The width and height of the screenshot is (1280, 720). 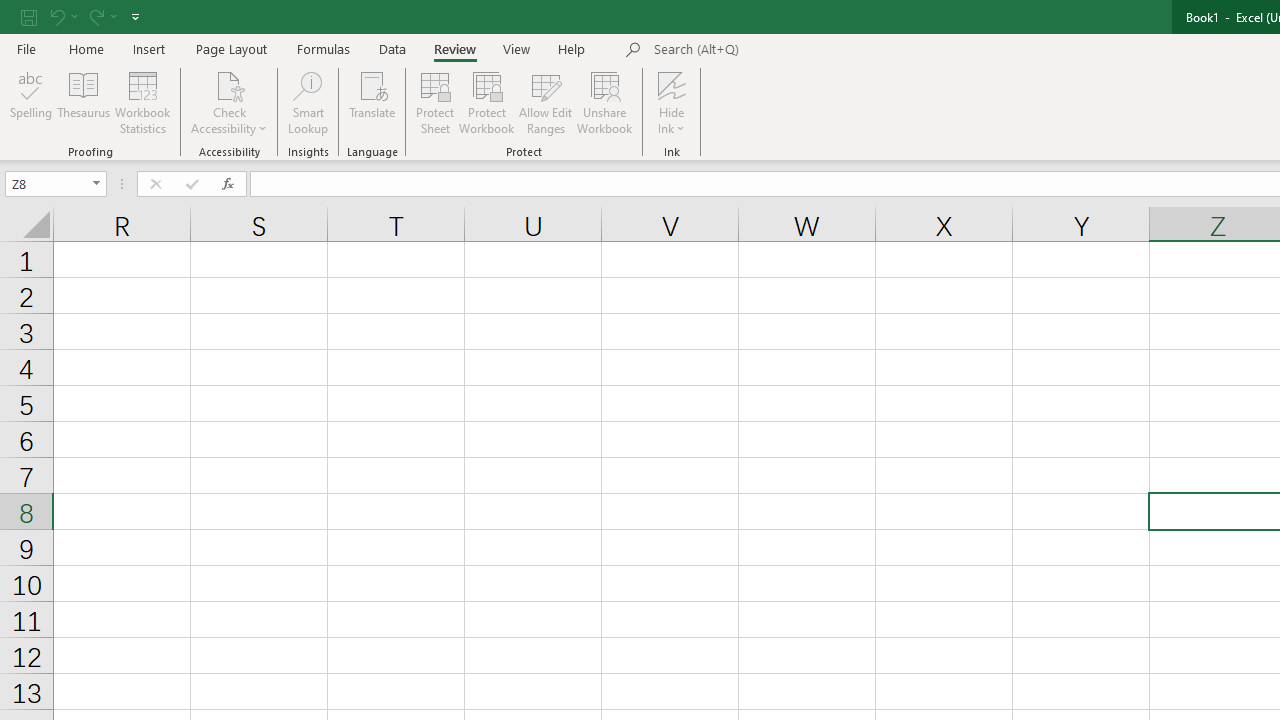 What do you see at coordinates (229, 84) in the screenshot?
I see `'Check Accessibility'` at bounding box center [229, 84].